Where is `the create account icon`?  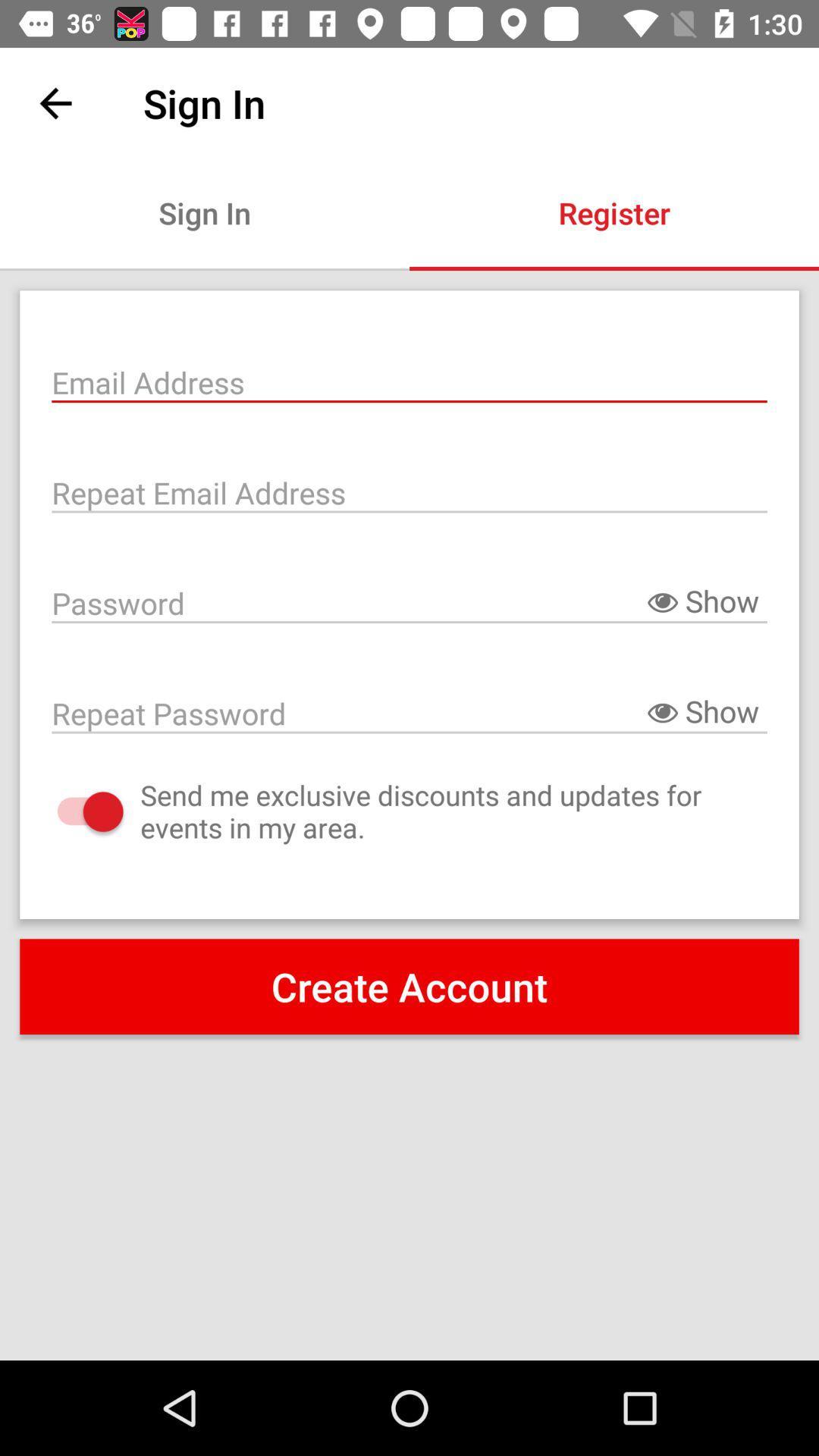 the create account icon is located at coordinates (409, 987).